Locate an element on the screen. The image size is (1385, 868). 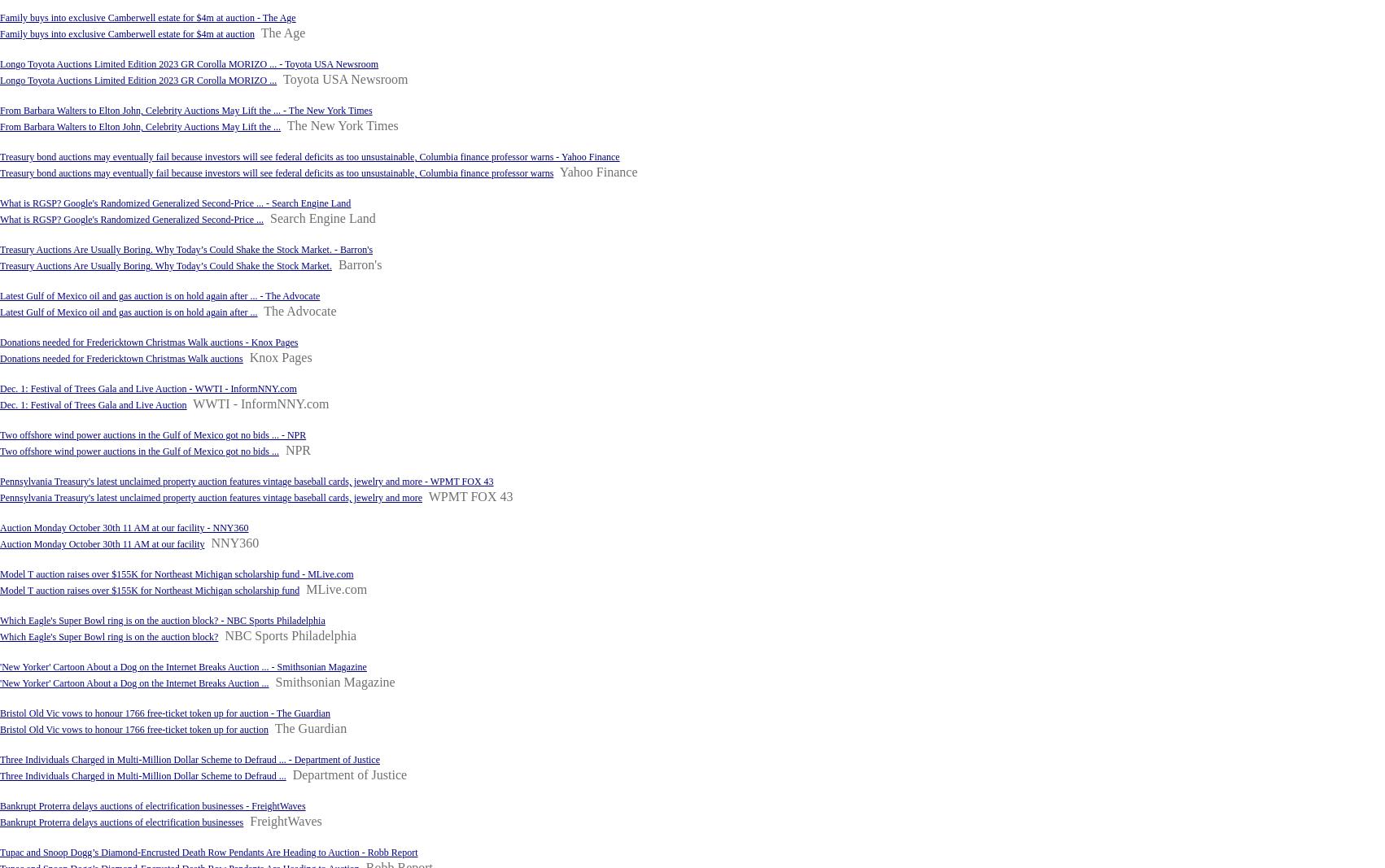
'Which Eagle's Super Bowl ring is on the auction block? - NBC Sports Philadelphia' is located at coordinates (0, 620).